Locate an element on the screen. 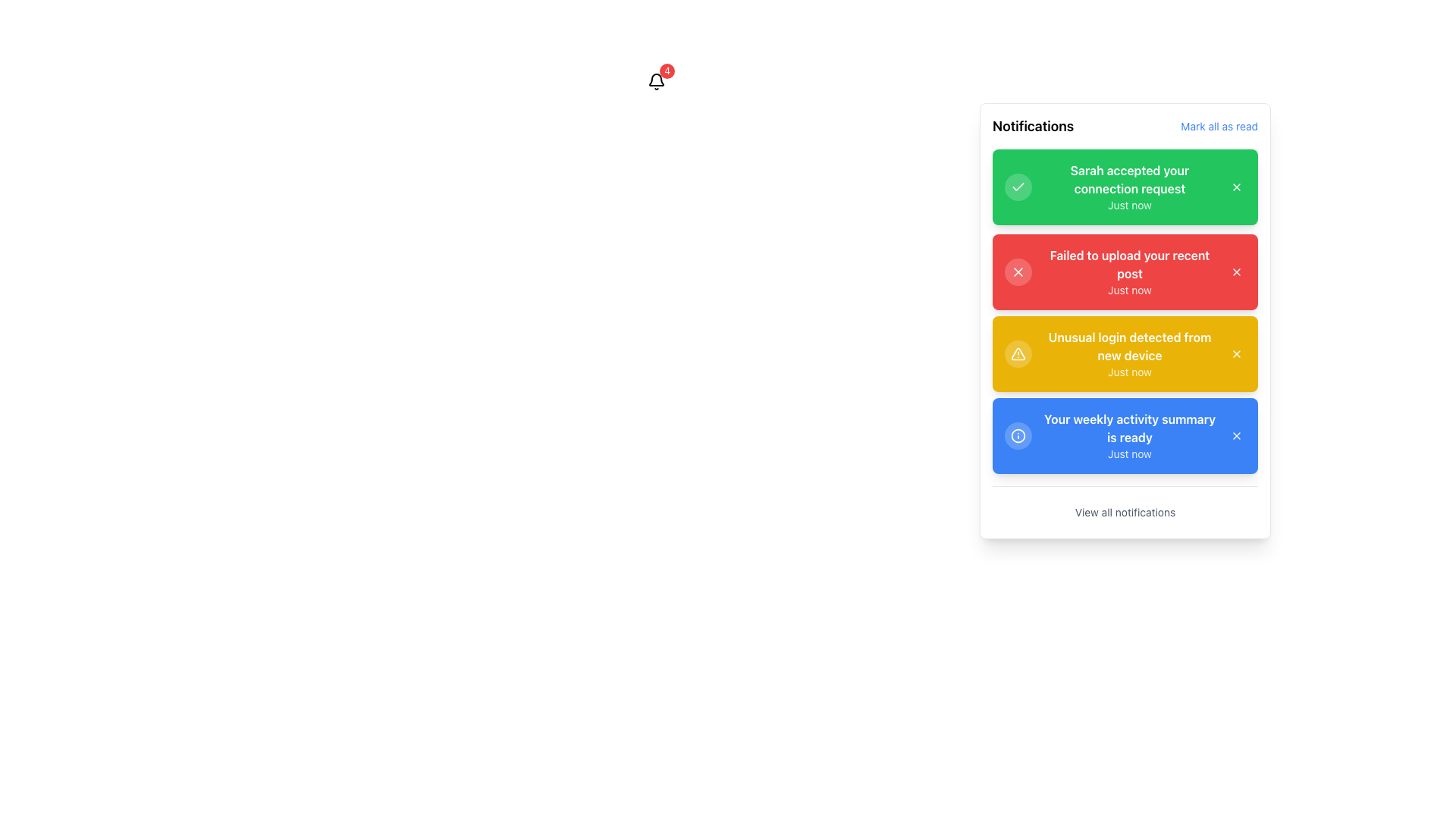  text displayed in the notification card, which shows 'Your weekly activity summary is ready' in bold and 'Just now' in smaller text, located at the bottom of the notification panel is located at coordinates (1129, 435).